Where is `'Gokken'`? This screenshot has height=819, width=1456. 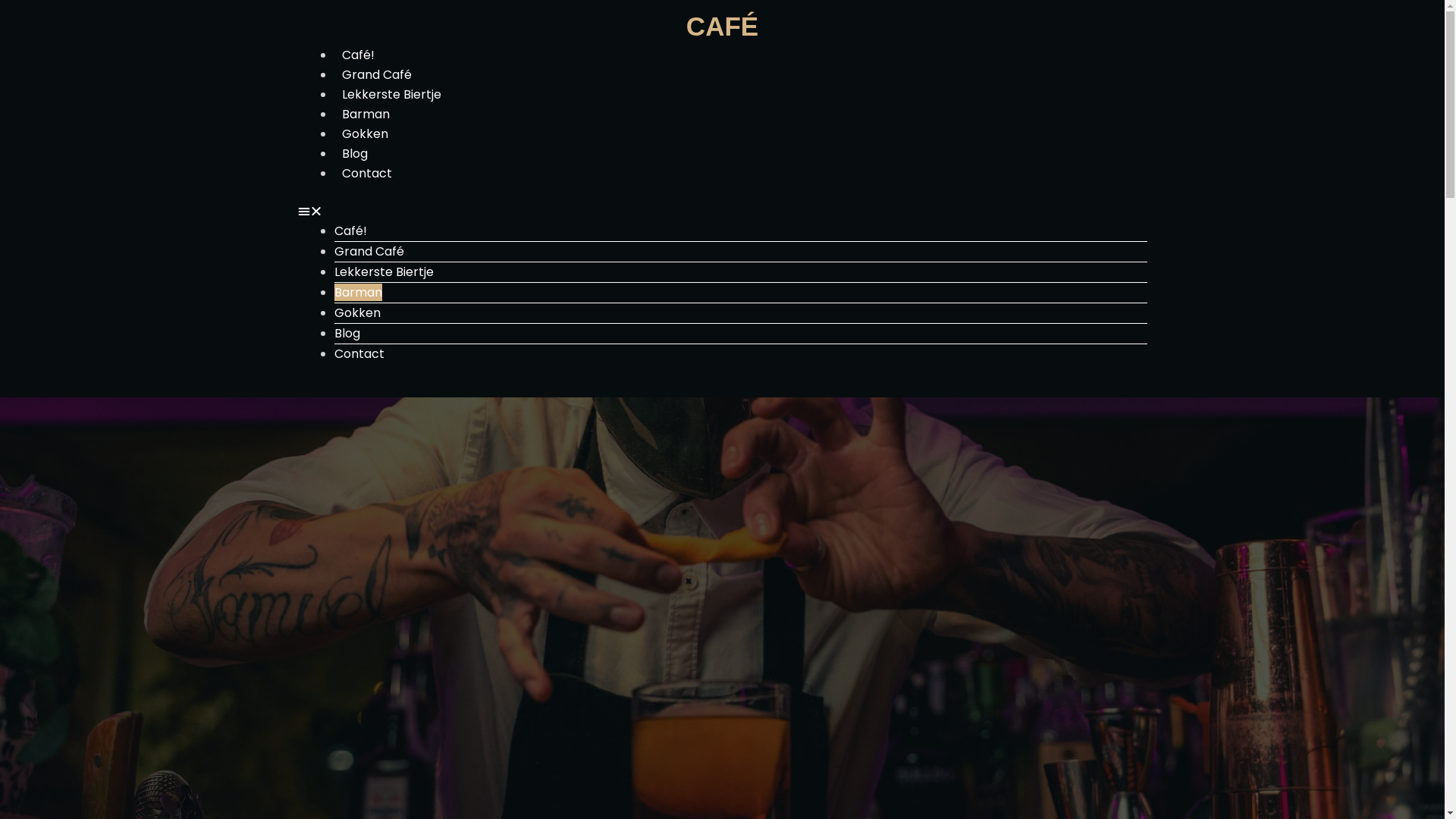 'Gokken' is located at coordinates (356, 312).